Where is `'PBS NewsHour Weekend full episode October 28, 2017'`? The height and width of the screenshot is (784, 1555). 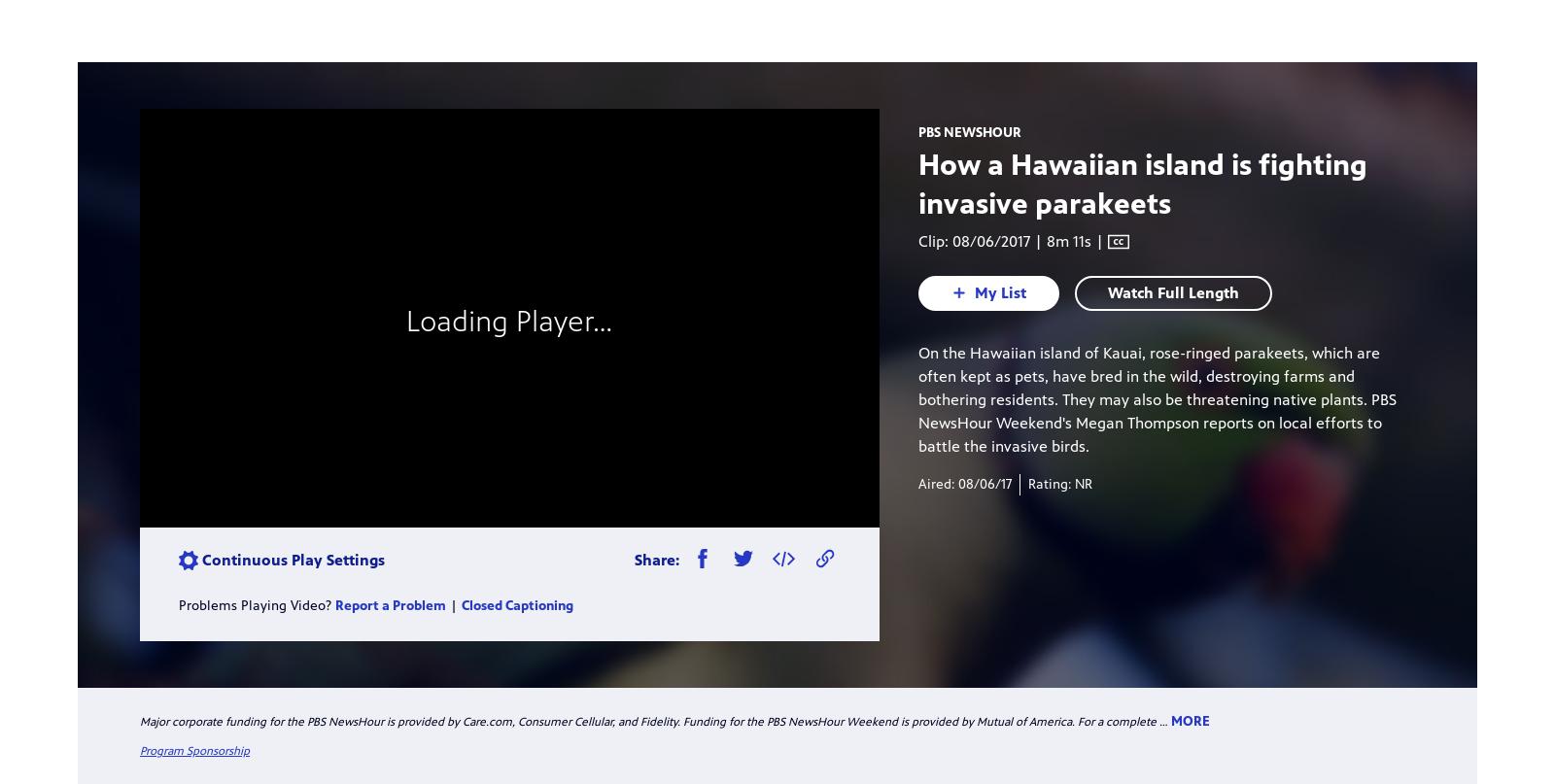
'PBS NewsHour Weekend full episode October 28, 2017' is located at coordinates (999, 432).